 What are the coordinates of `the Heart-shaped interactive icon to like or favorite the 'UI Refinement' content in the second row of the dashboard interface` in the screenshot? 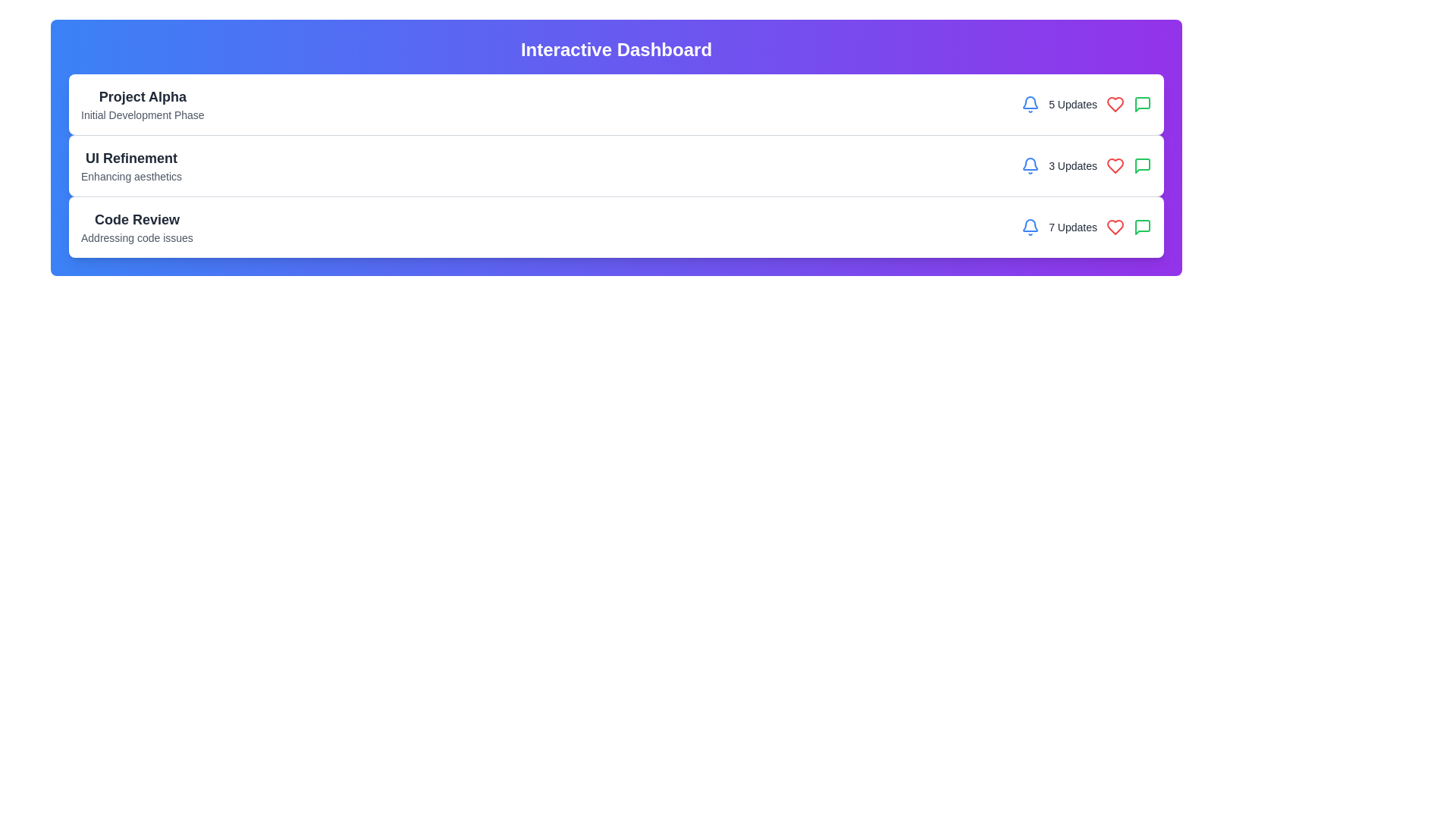 It's located at (1115, 166).